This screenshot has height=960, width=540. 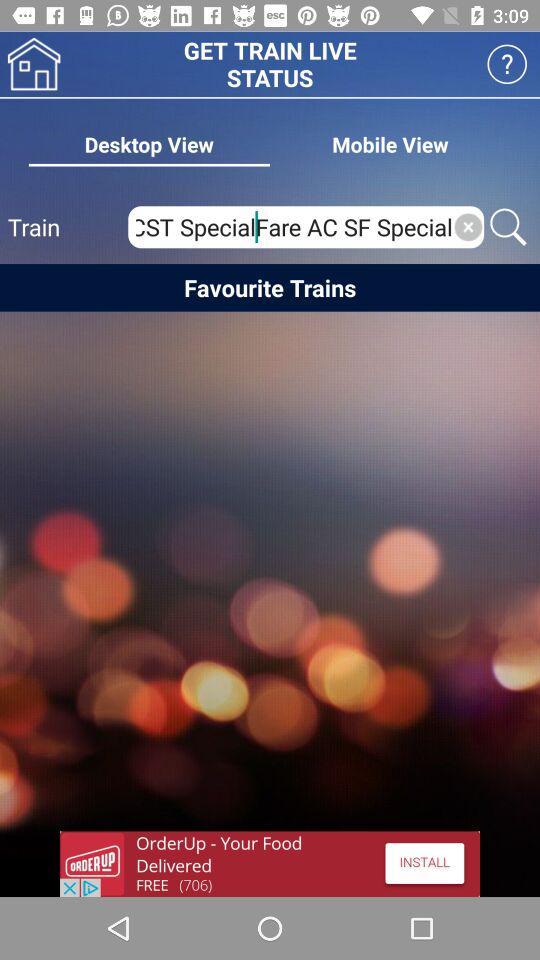 What do you see at coordinates (508, 227) in the screenshot?
I see `the search icon` at bounding box center [508, 227].